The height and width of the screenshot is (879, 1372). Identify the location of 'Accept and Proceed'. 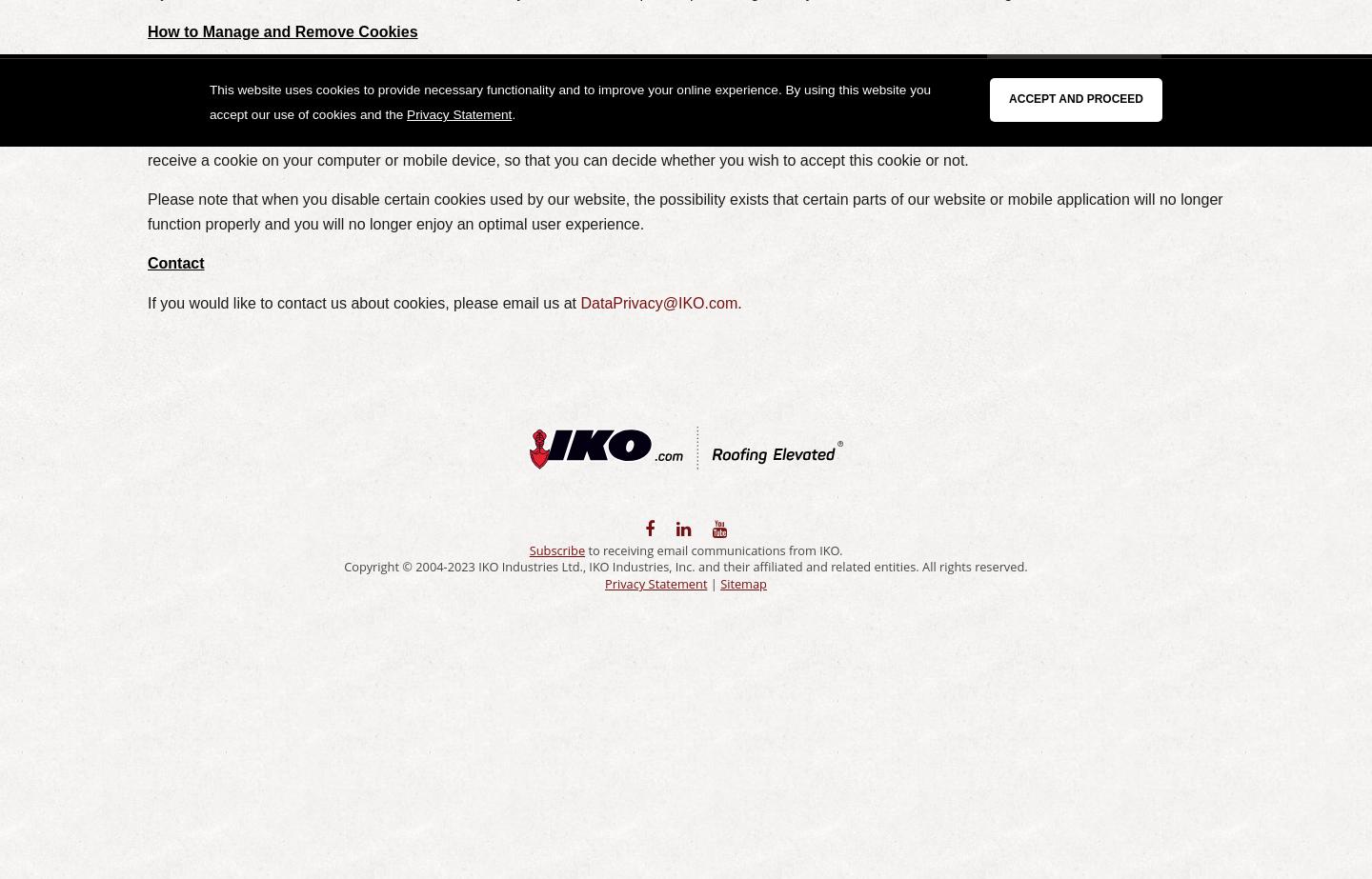
(1008, 99).